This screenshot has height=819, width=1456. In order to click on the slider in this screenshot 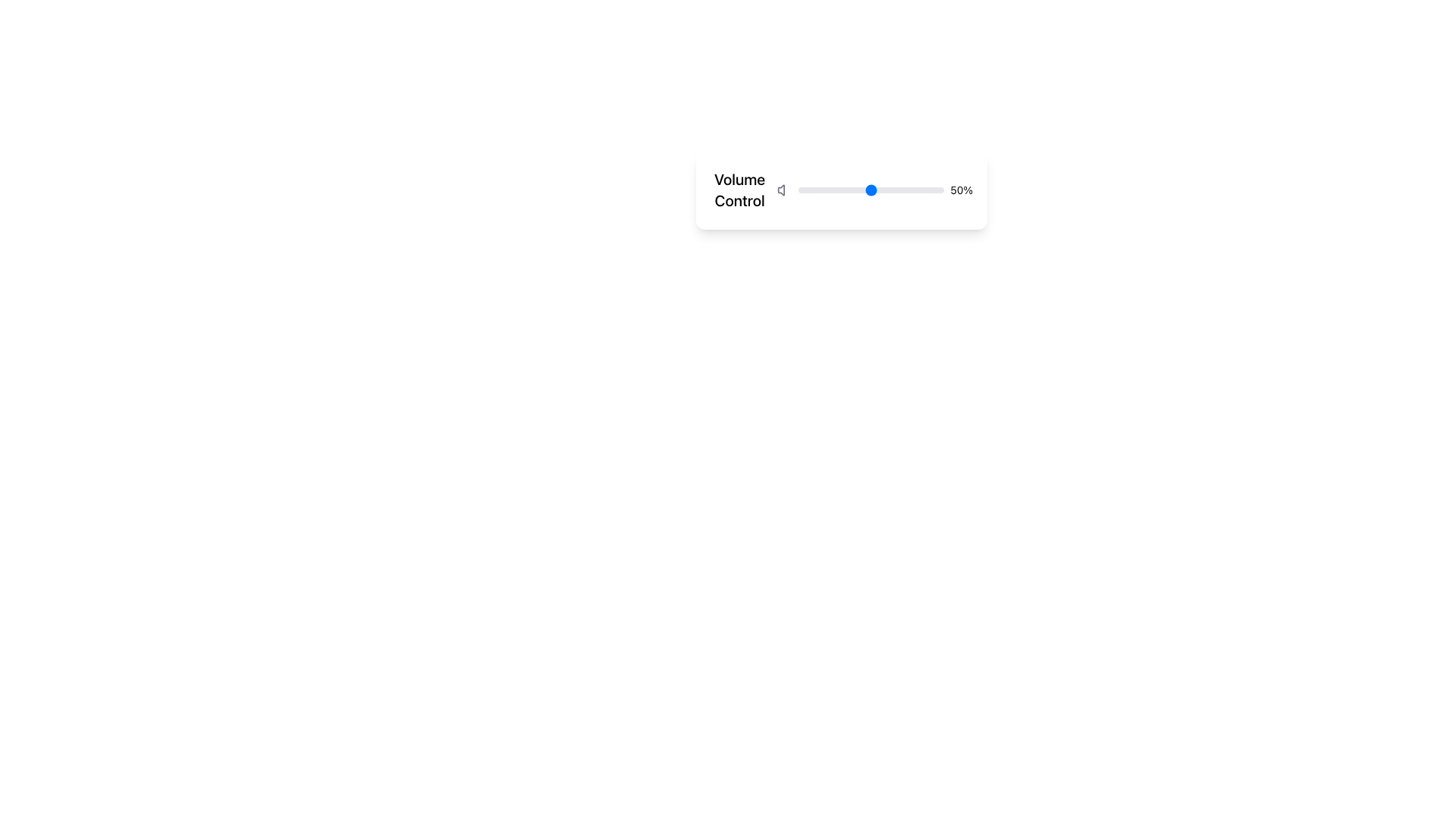, I will do `click(865, 189)`.